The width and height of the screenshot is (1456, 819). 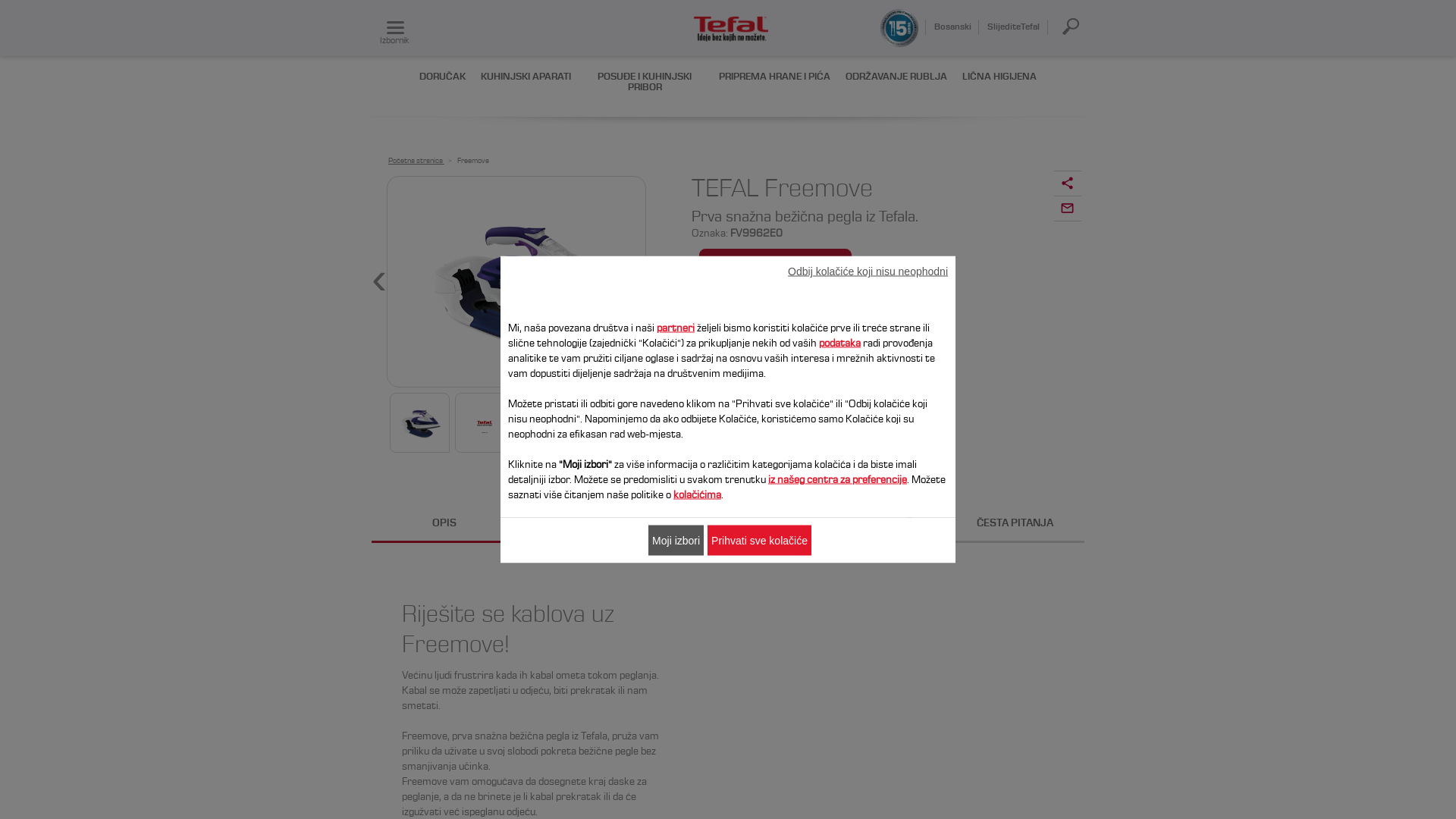 I want to click on 'Moji izbori', so click(x=675, y=539).